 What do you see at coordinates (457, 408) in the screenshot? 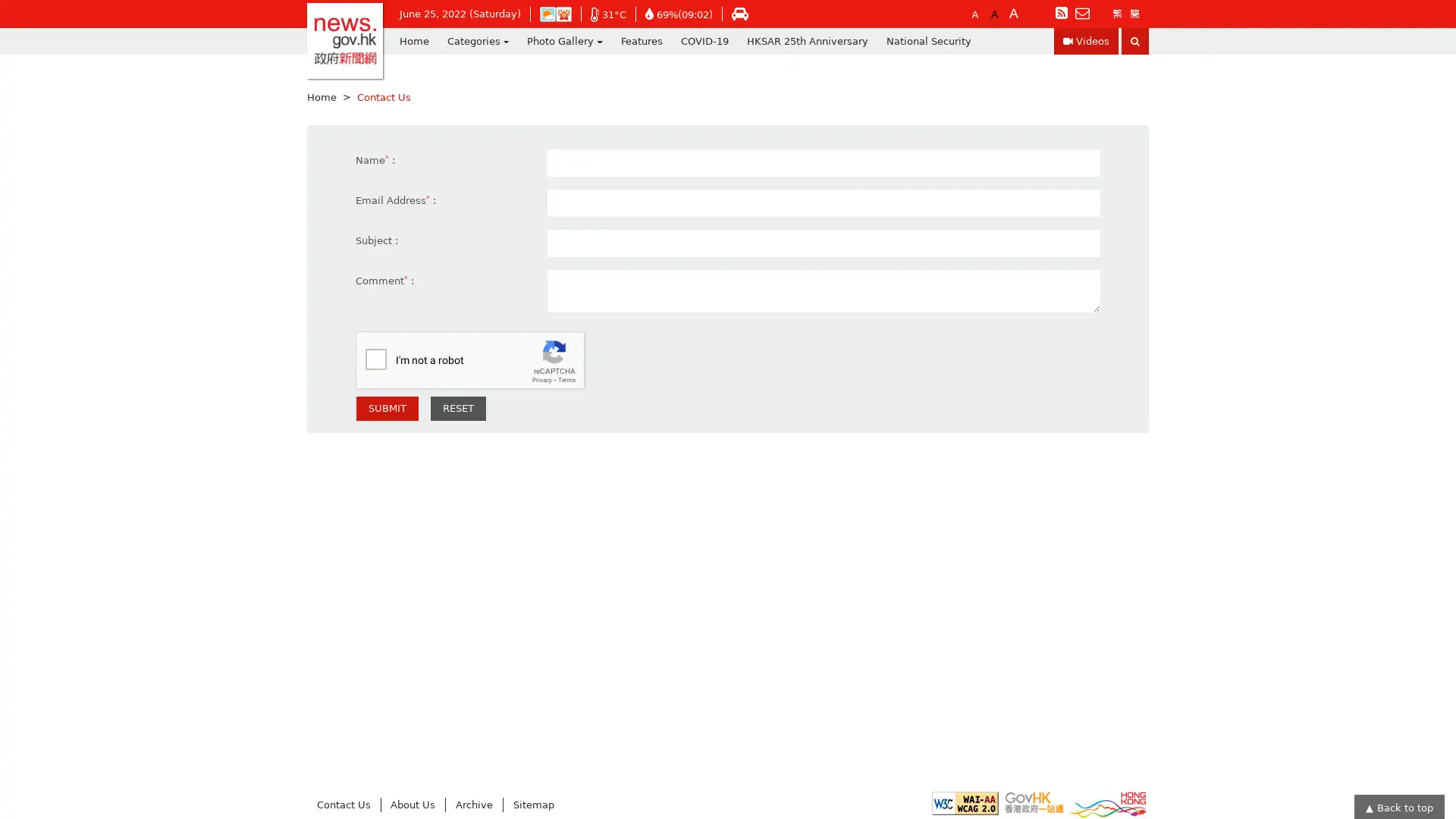
I see `RESET` at bounding box center [457, 408].